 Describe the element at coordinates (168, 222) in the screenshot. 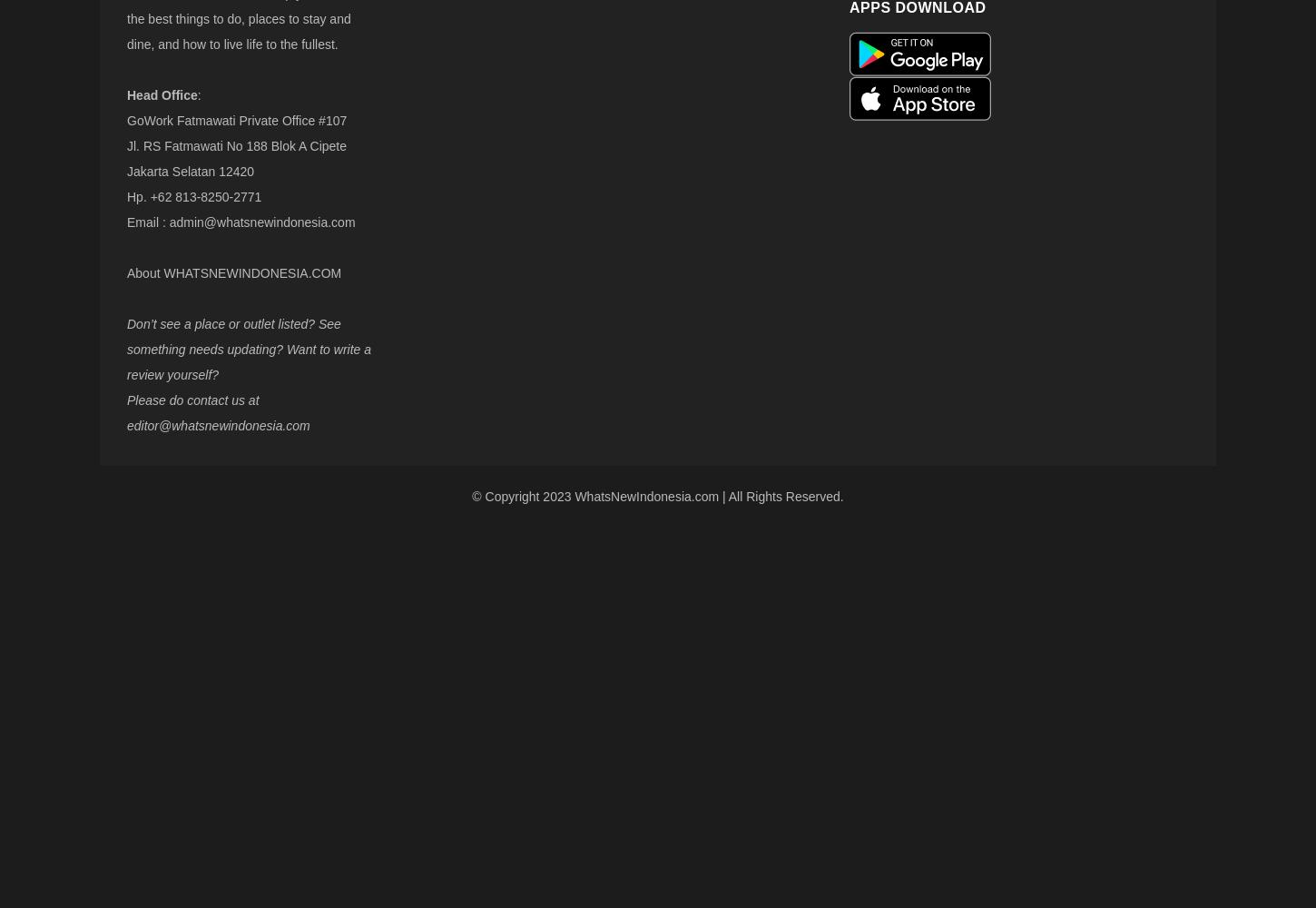

I see `'admin@whatsnewindonesia.com'` at that location.